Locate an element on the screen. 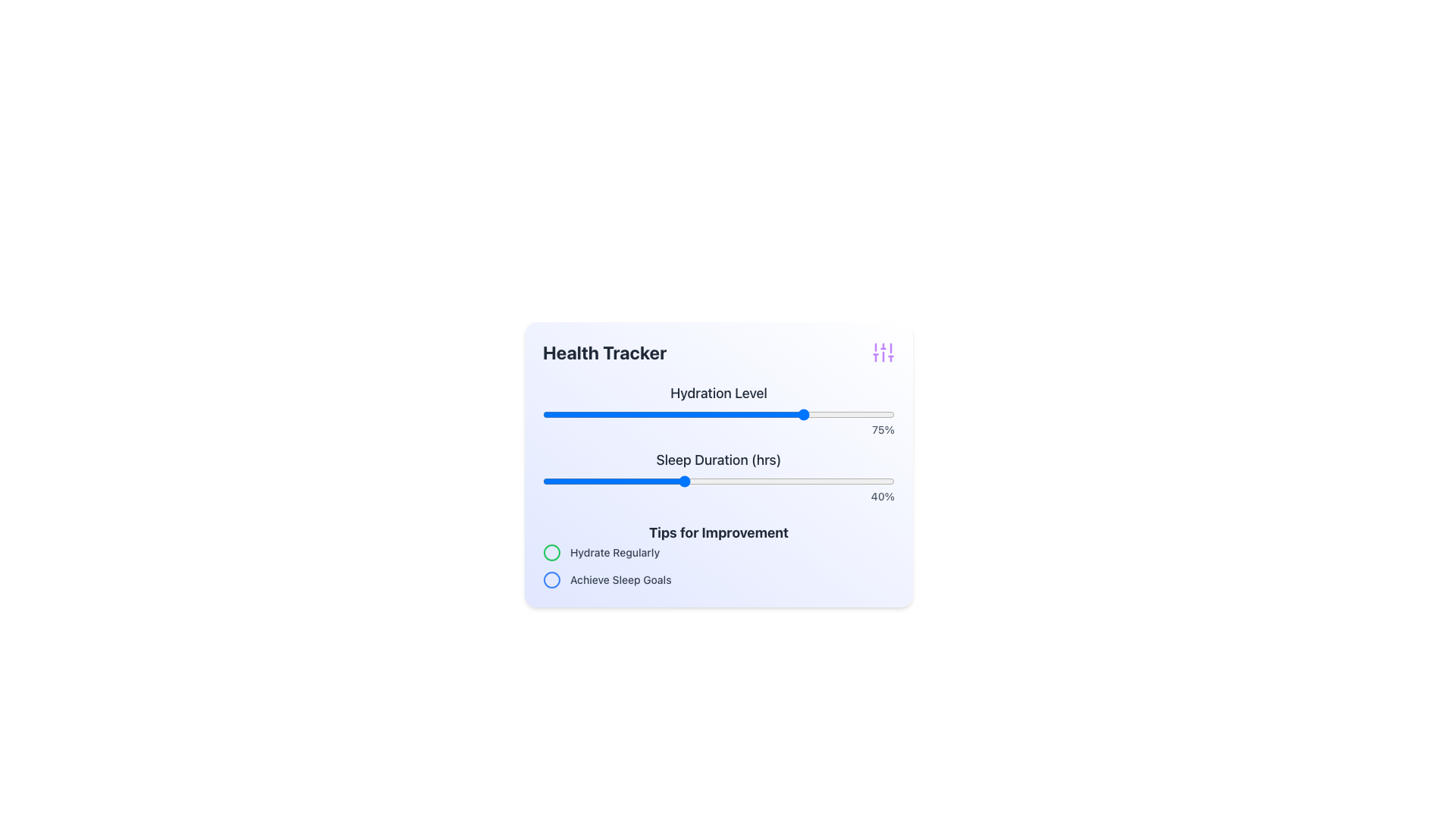 This screenshot has height=819, width=1456. the horizontal slider located below the label 'Sleep Duration (hrs)' and above the text '40%' to reposition the thumb control is located at coordinates (718, 482).